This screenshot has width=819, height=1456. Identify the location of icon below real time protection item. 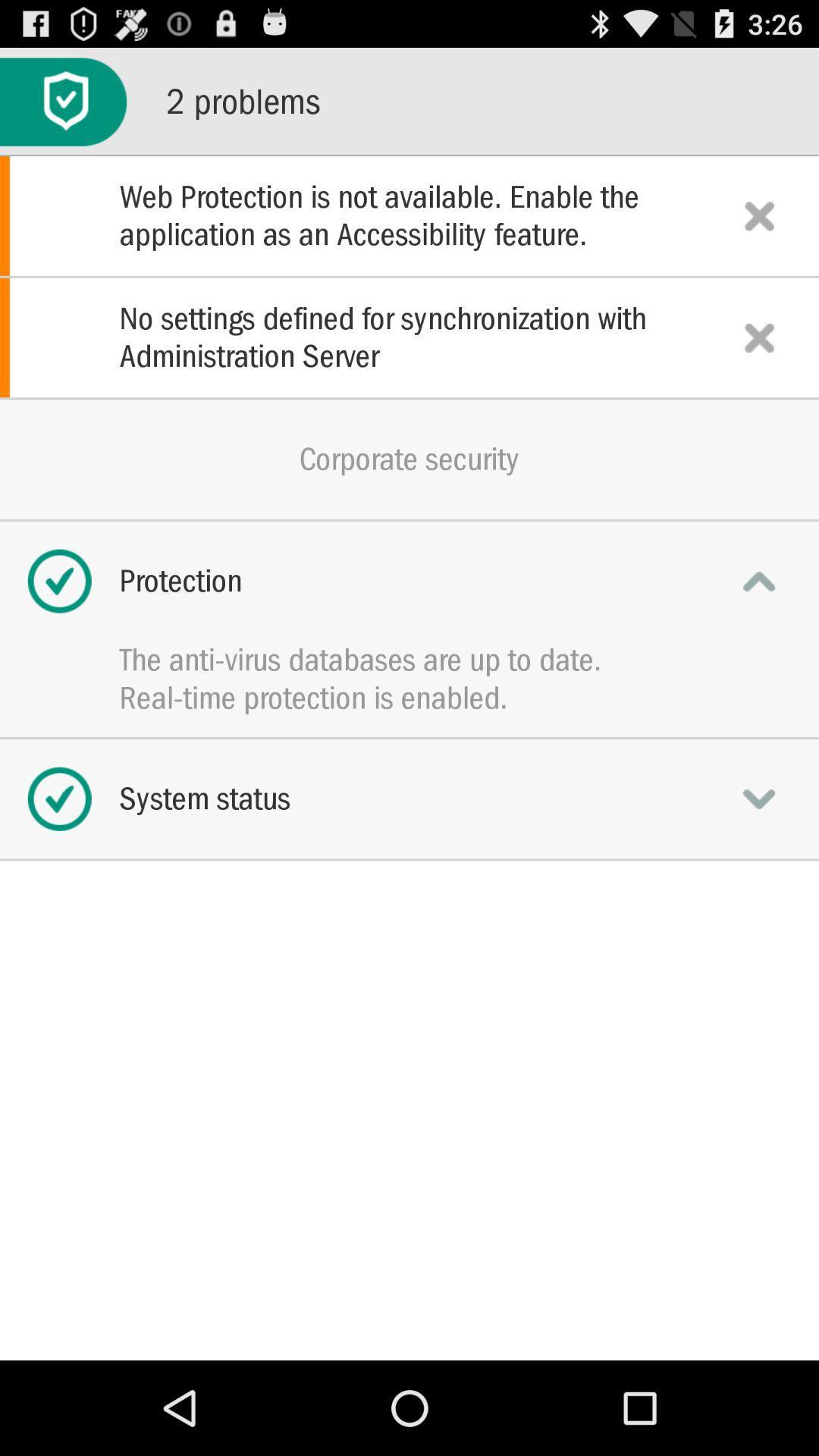
(409, 798).